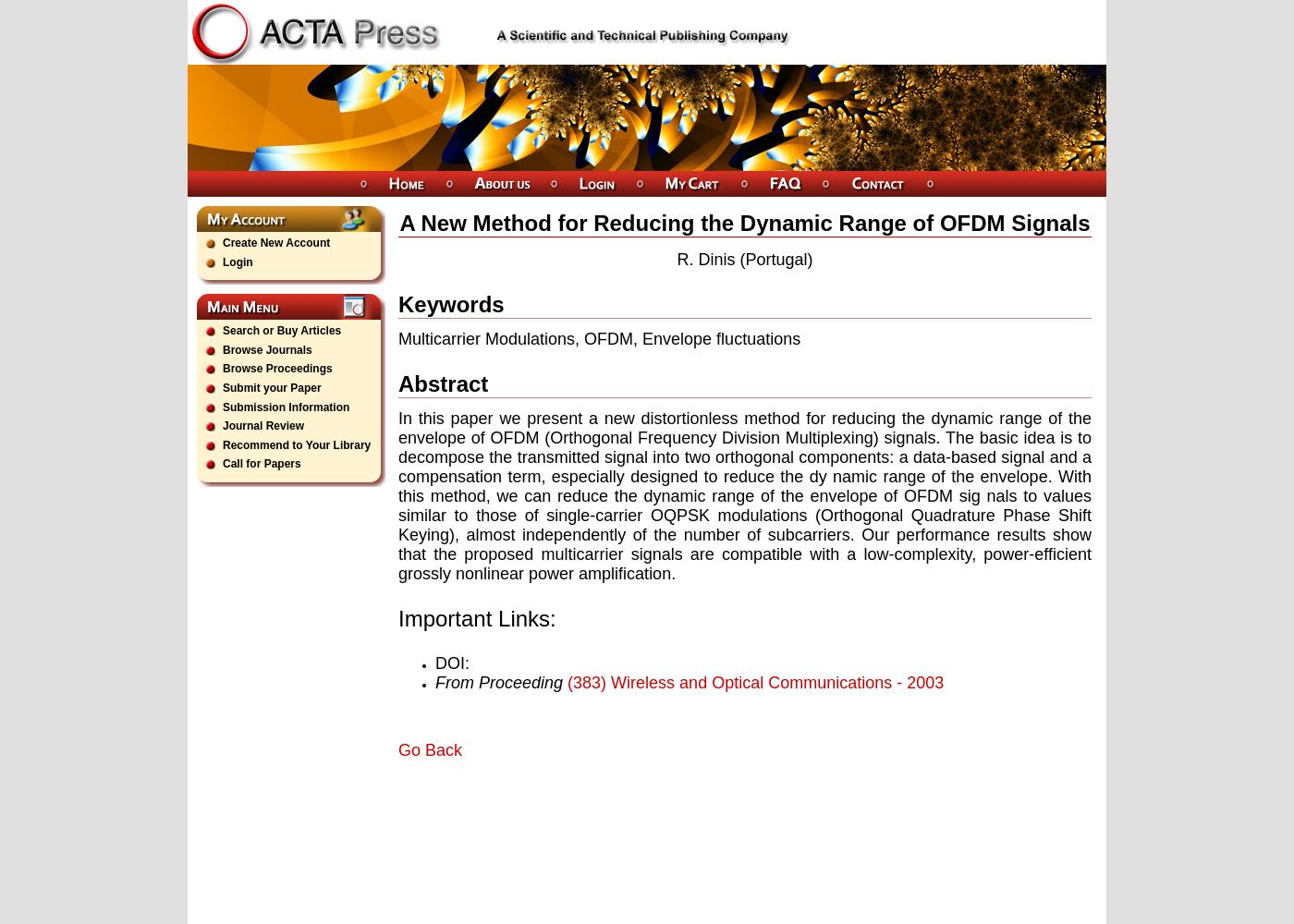  Describe the element at coordinates (238, 261) in the screenshot. I see `'Login'` at that location.